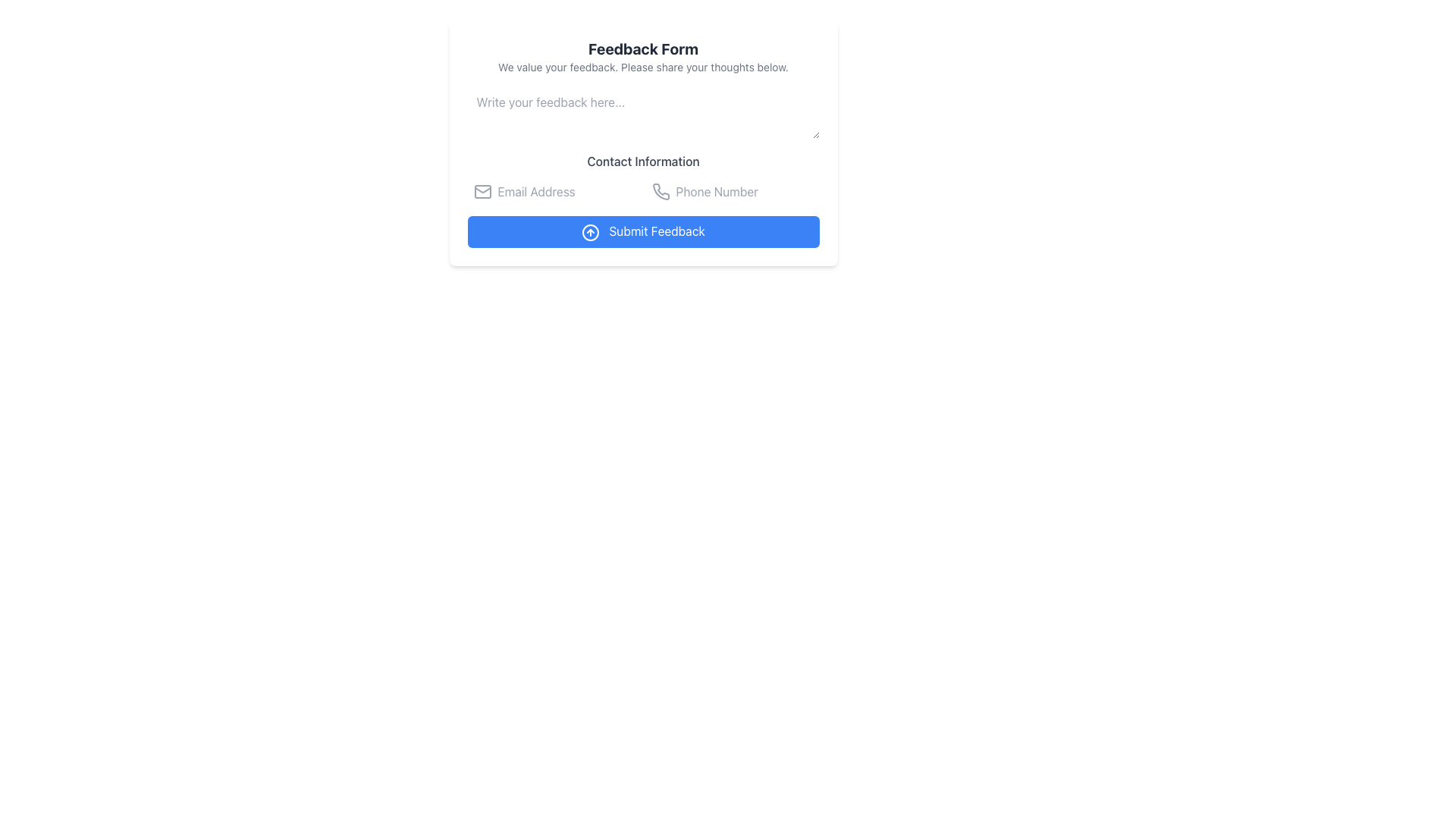 This screenshot has height=819, width=1456. I want to click on the informational text displaying 'We value your feedback. Please share your thoughts below.' which is located below the 'Feedback Form' title and above the feedback input field, so click(643, 66).